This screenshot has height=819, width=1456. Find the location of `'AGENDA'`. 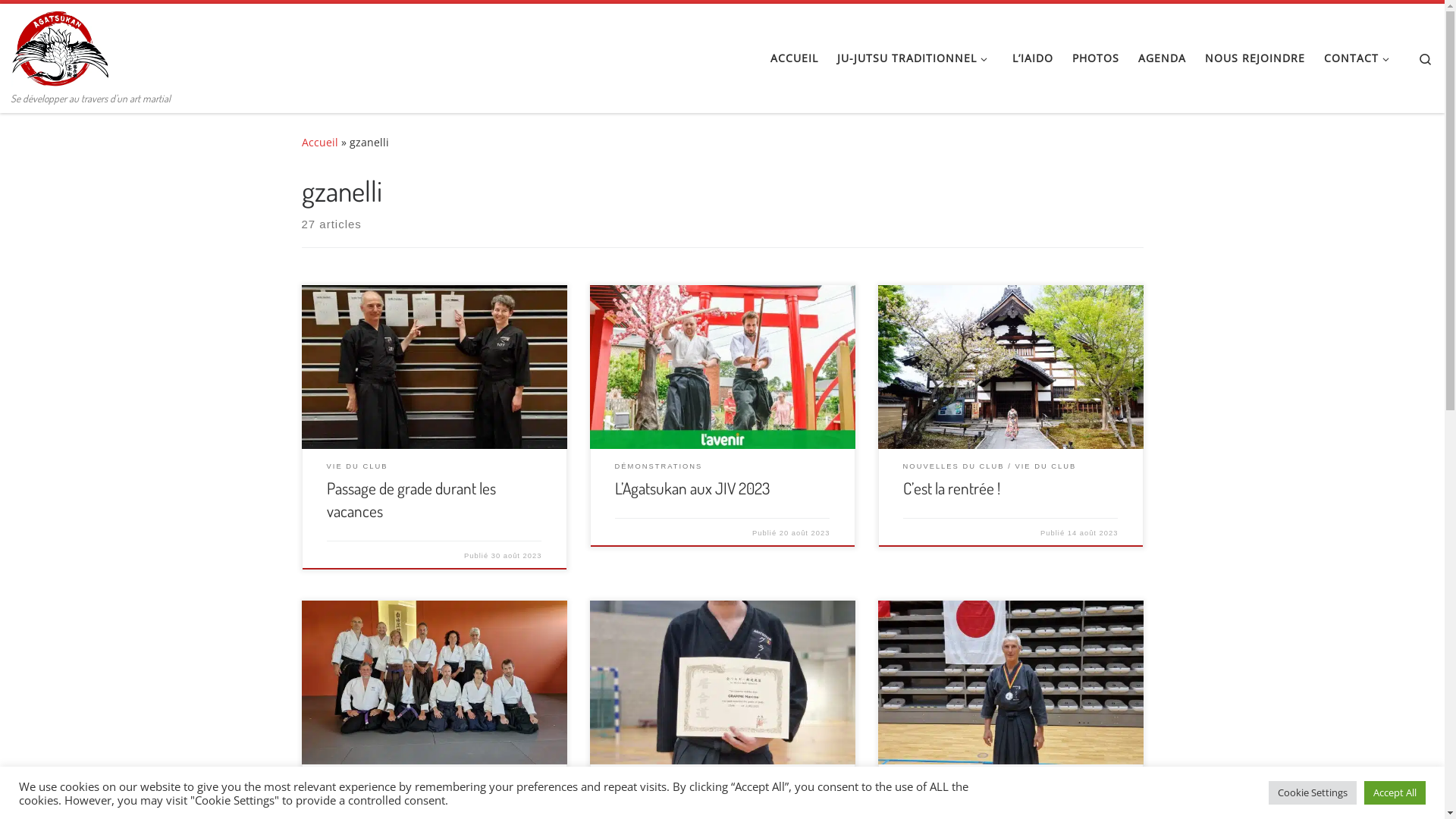

'AGENDA' is located at coordinates (1160, 58).